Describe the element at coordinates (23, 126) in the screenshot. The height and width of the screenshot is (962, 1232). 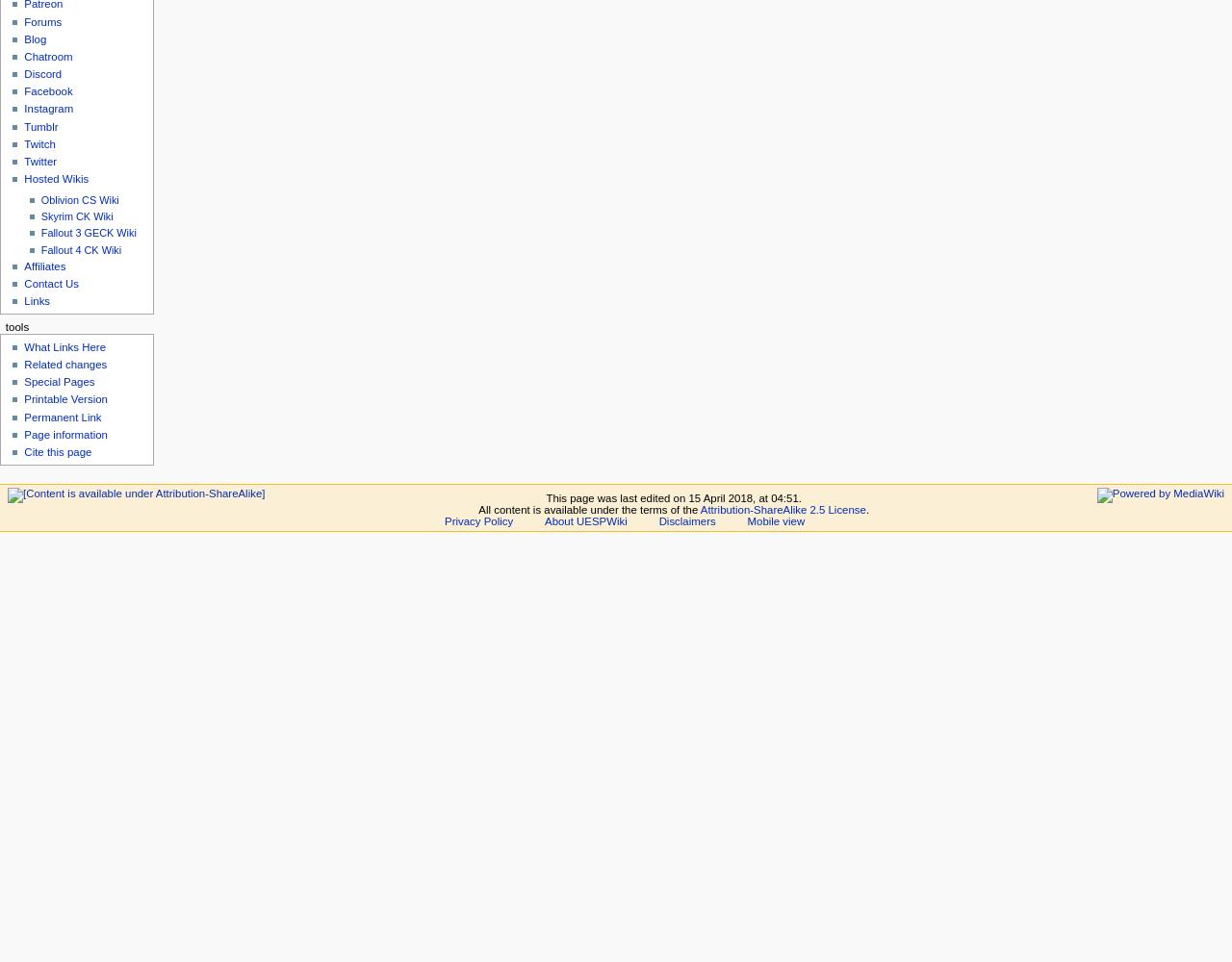
I see `'Tumblr'` at that location.